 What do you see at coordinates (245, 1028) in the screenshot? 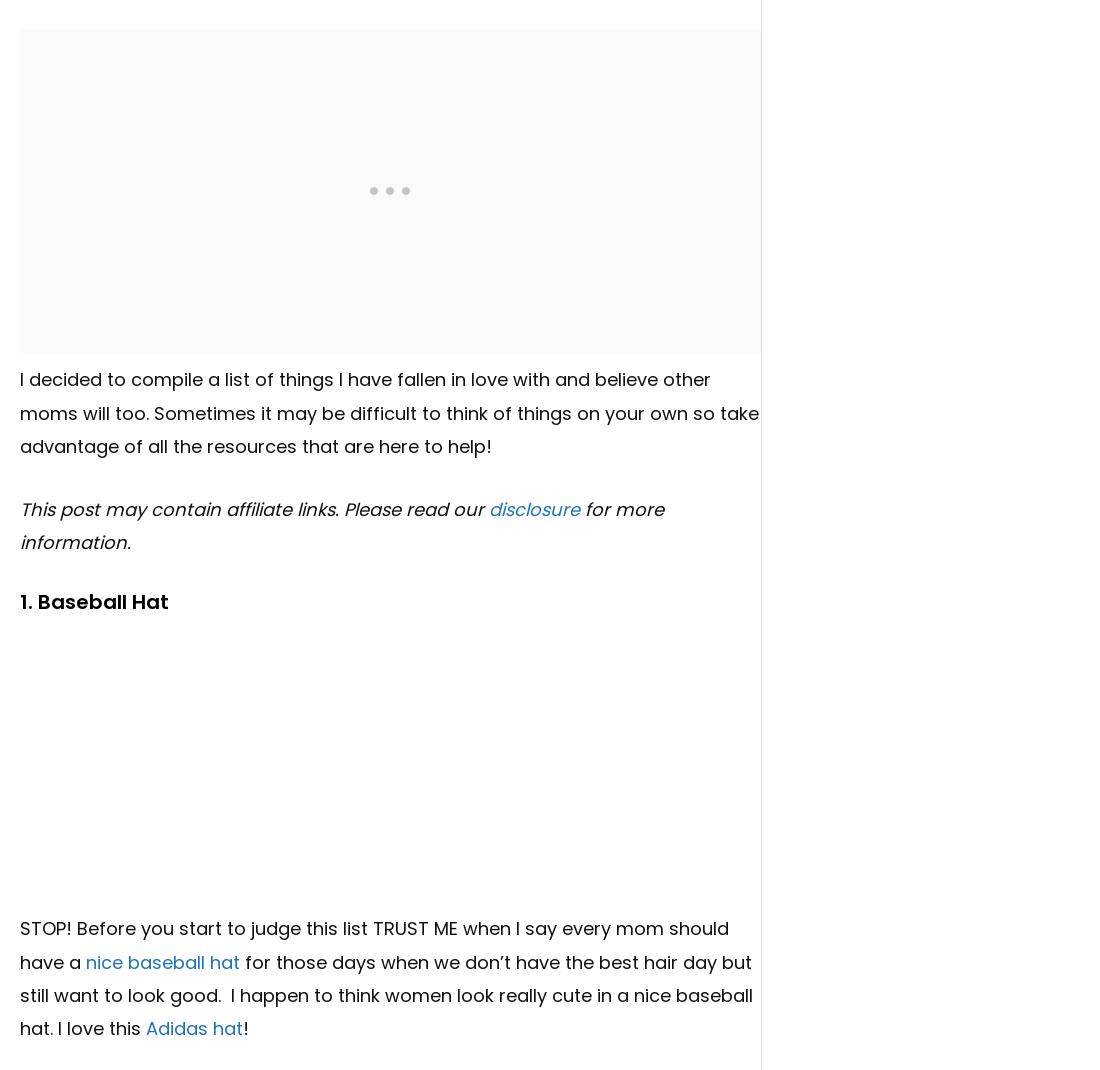
I see `'!'` at bounding box center [245, 1028].